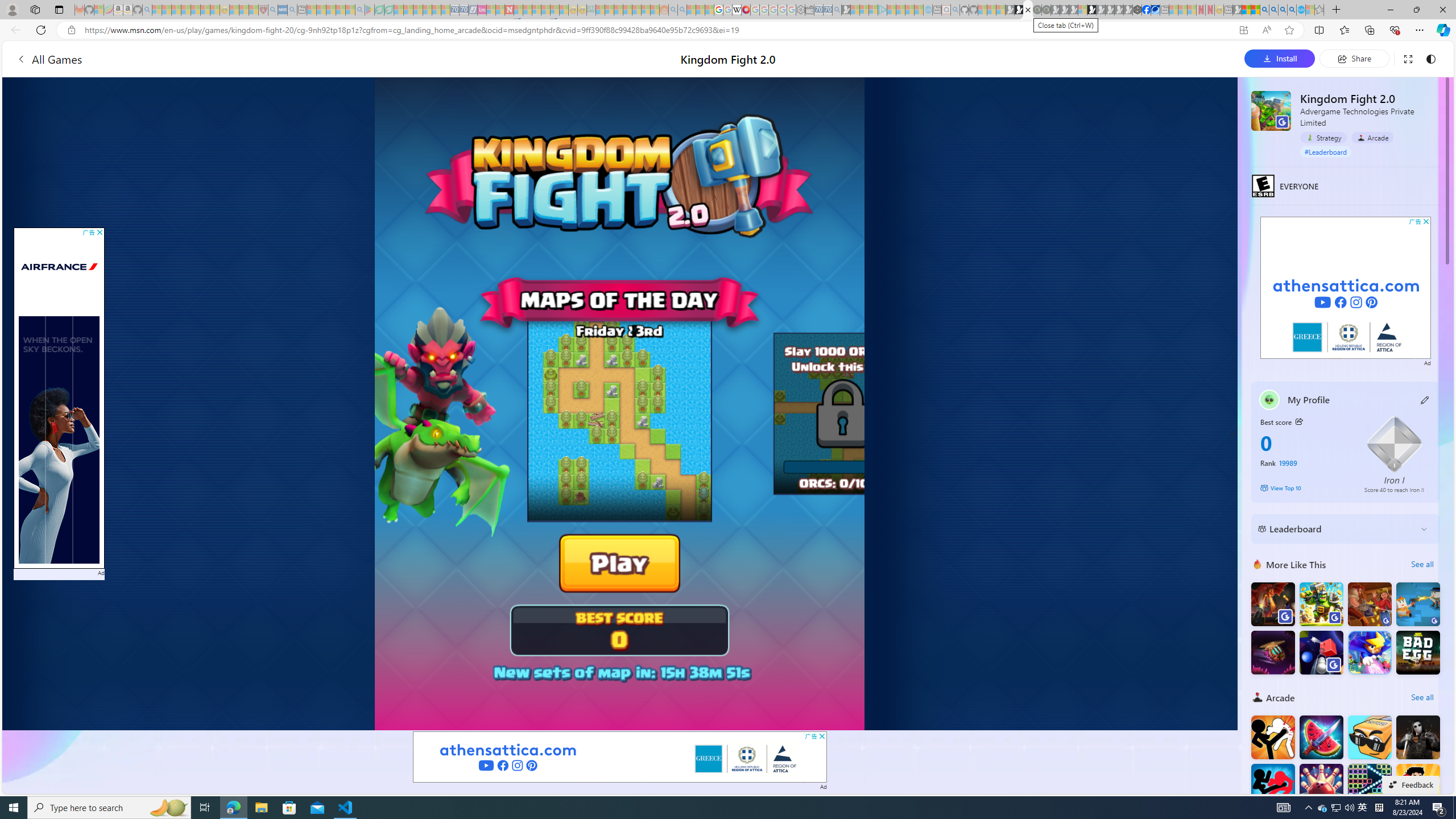  Describe the element at coordinates (800, 9) in the screenshot. I see `'Settings - Sleeping'` at that location.